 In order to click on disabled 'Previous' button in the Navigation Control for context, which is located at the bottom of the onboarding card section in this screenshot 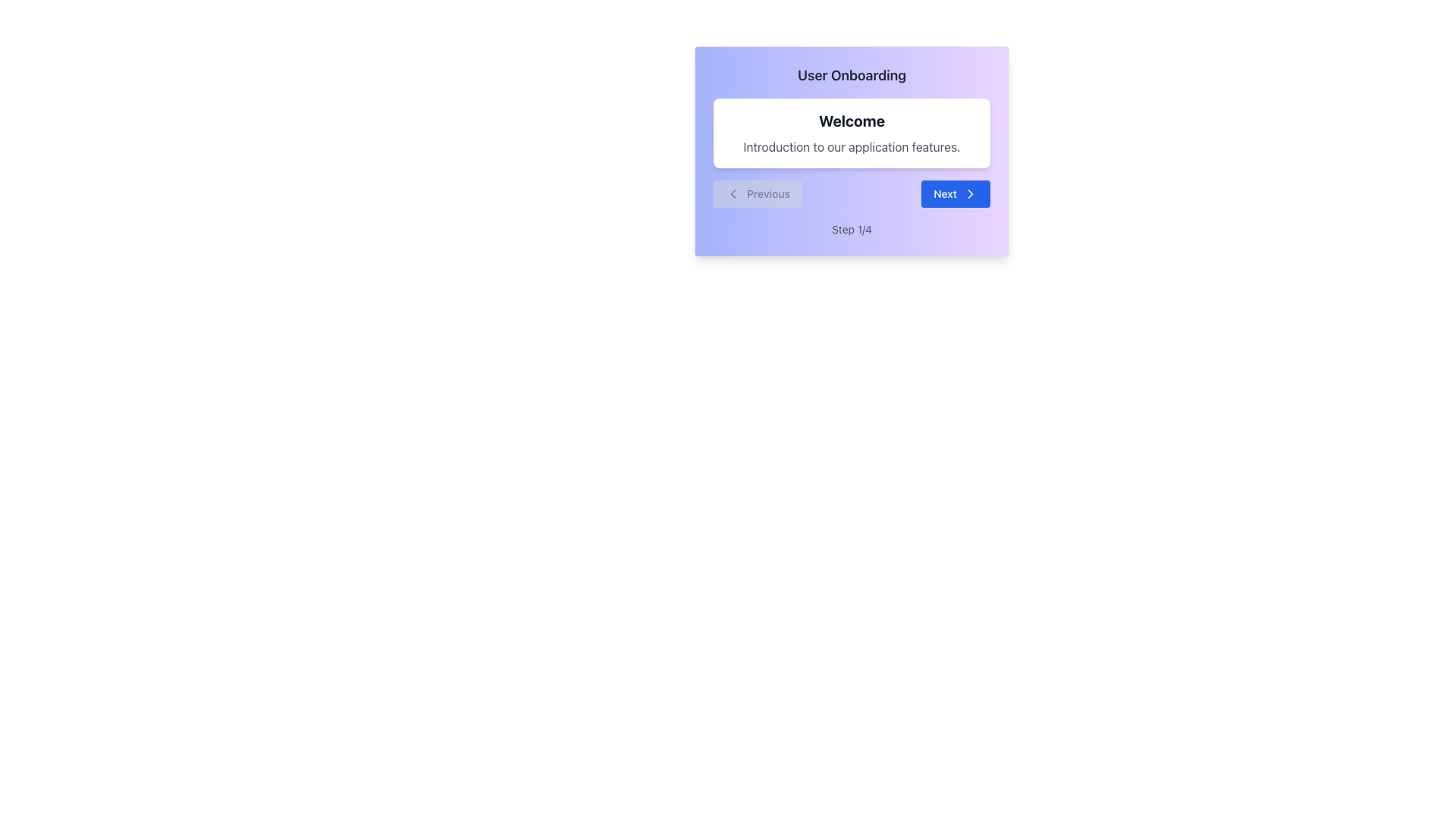, I will do `click(852, 193)`.